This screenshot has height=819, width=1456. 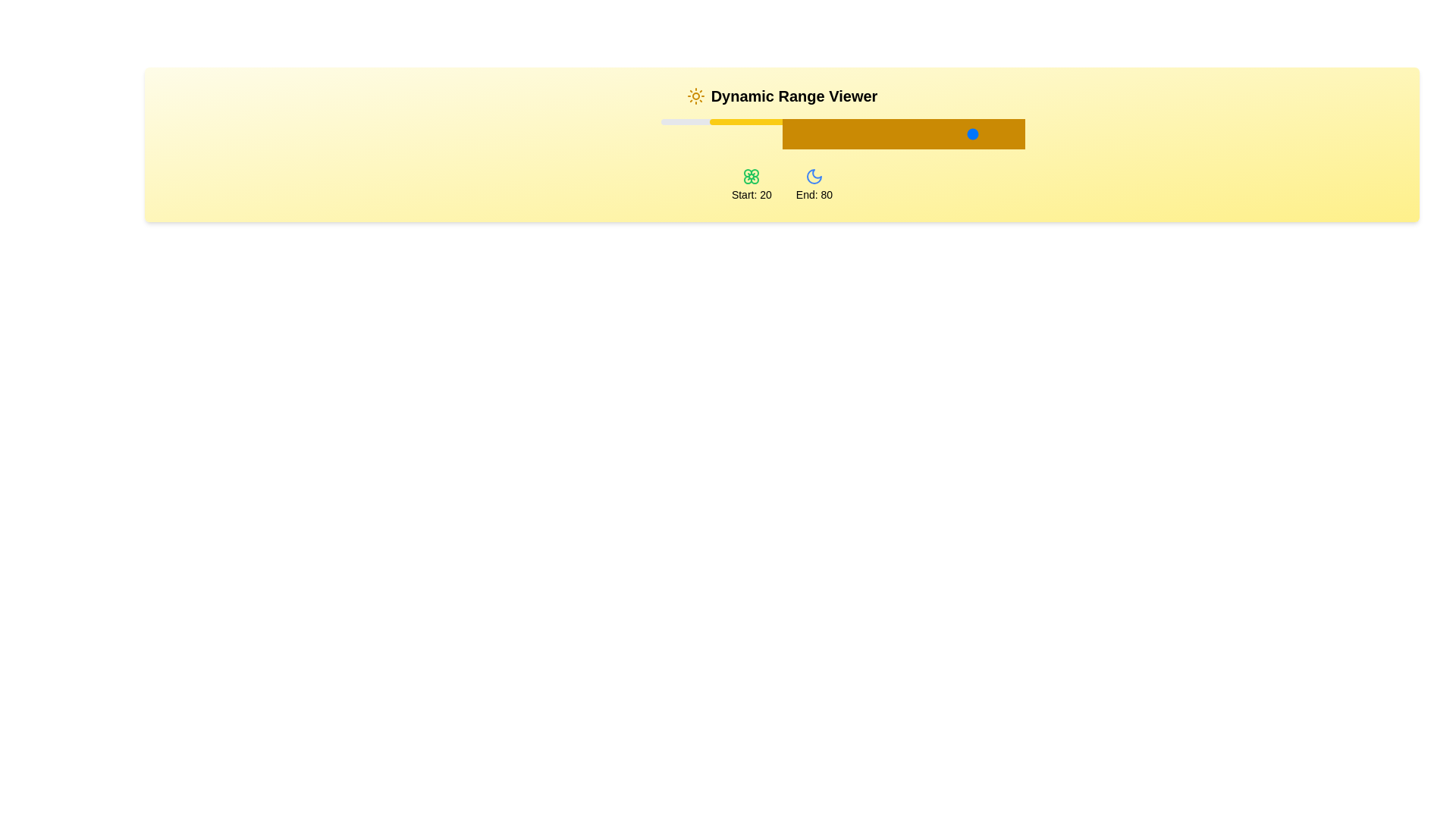 I want to click on the slider, so click(x=795, y=121).